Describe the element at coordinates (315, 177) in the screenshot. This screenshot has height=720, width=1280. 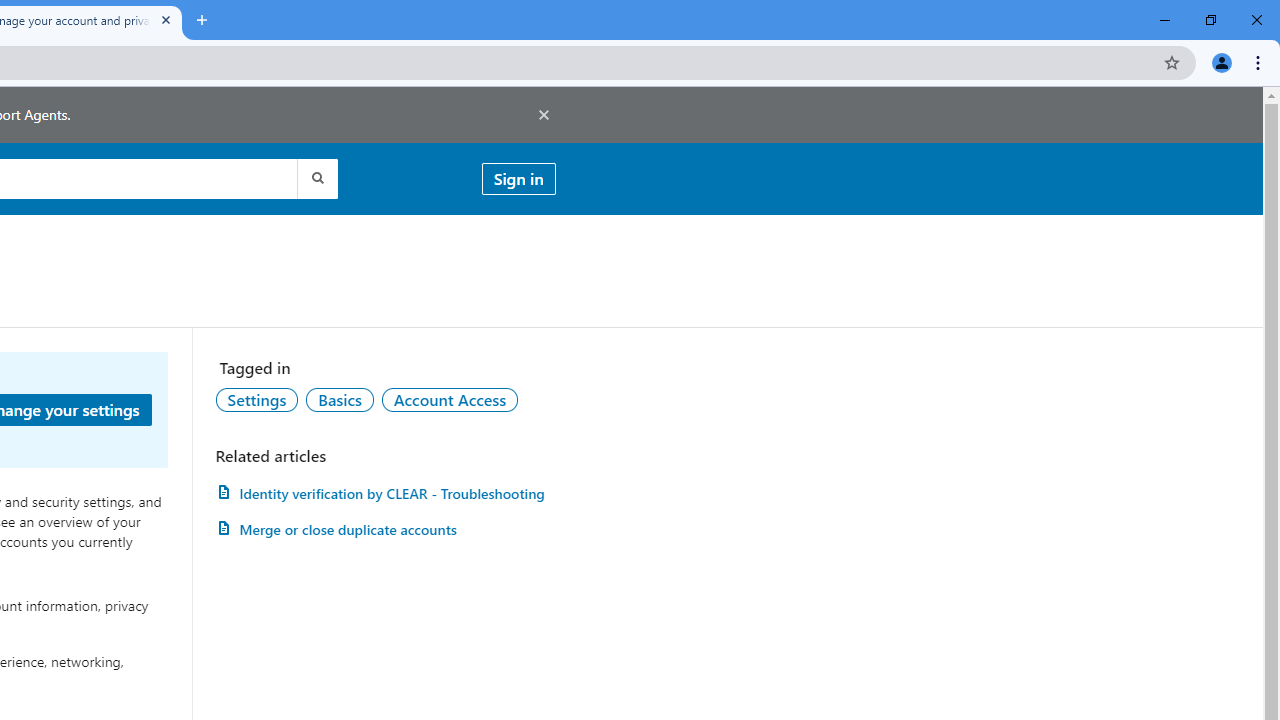
I see `'Submit search'` at that location.